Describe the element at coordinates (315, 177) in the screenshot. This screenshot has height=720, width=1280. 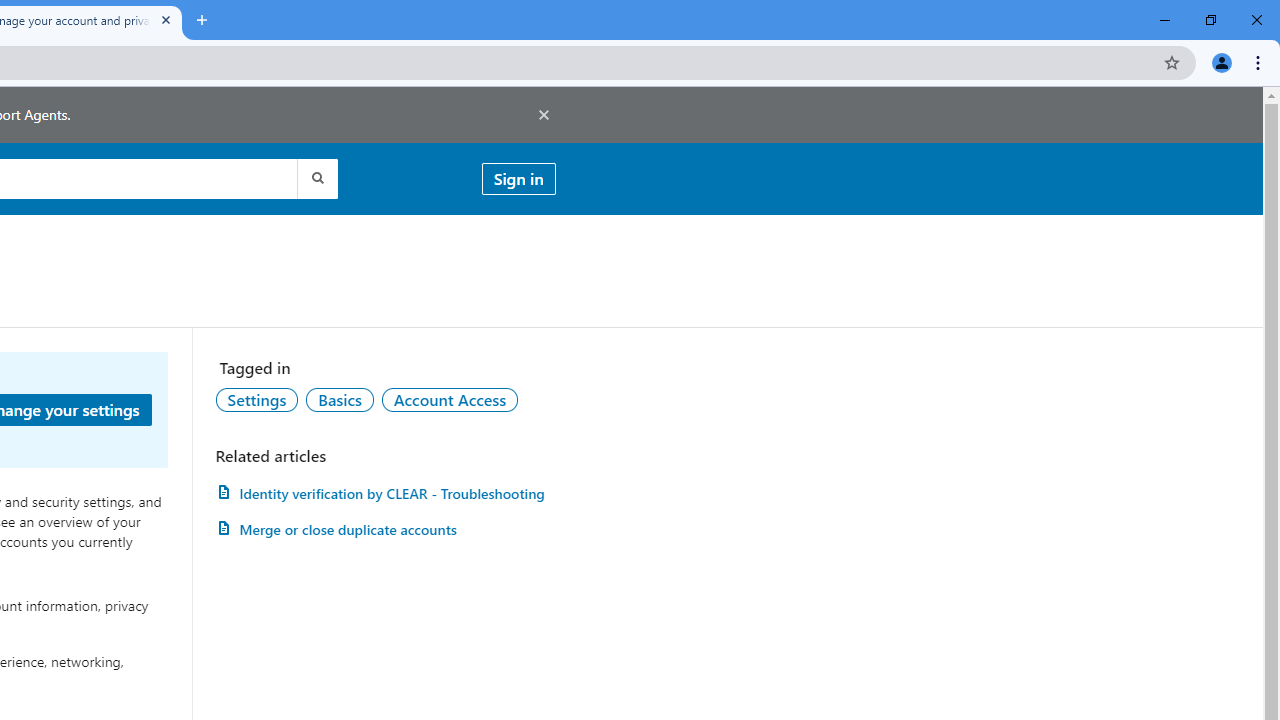
I see `'Submit search'` at that location.